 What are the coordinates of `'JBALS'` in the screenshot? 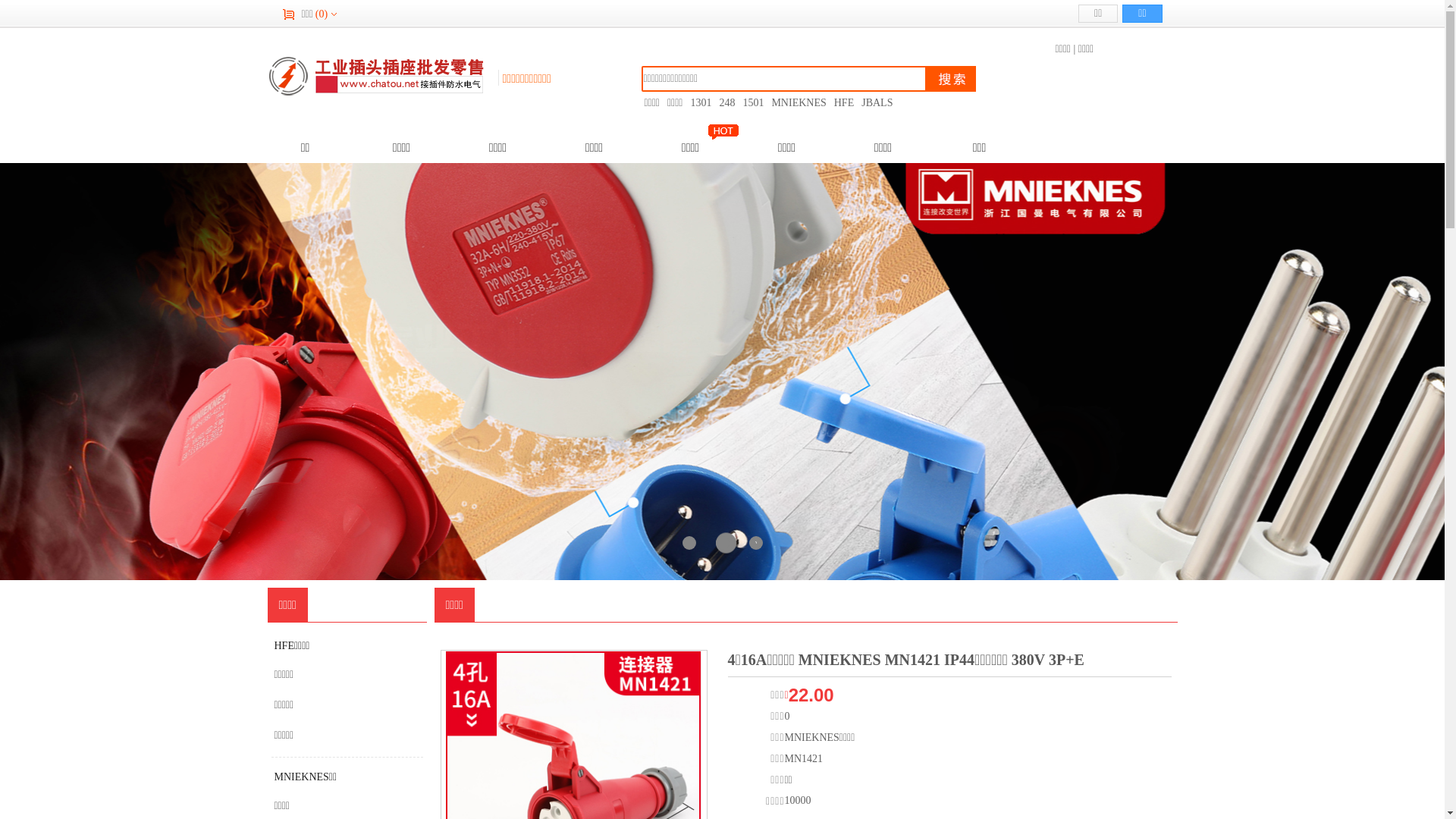 It's located at (877, 102).